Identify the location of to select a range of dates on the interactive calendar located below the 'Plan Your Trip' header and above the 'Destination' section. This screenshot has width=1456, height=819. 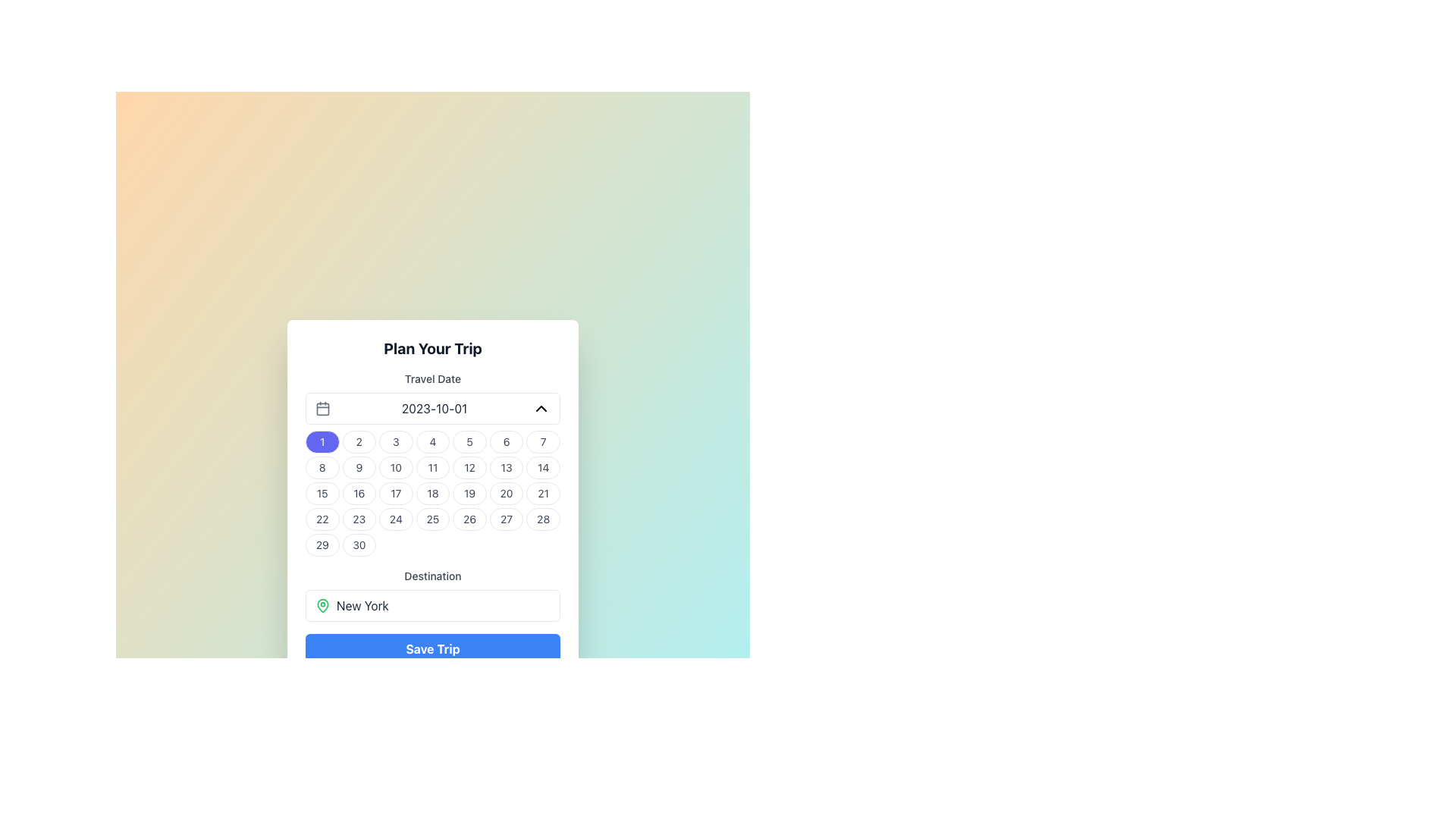
(432, 463).